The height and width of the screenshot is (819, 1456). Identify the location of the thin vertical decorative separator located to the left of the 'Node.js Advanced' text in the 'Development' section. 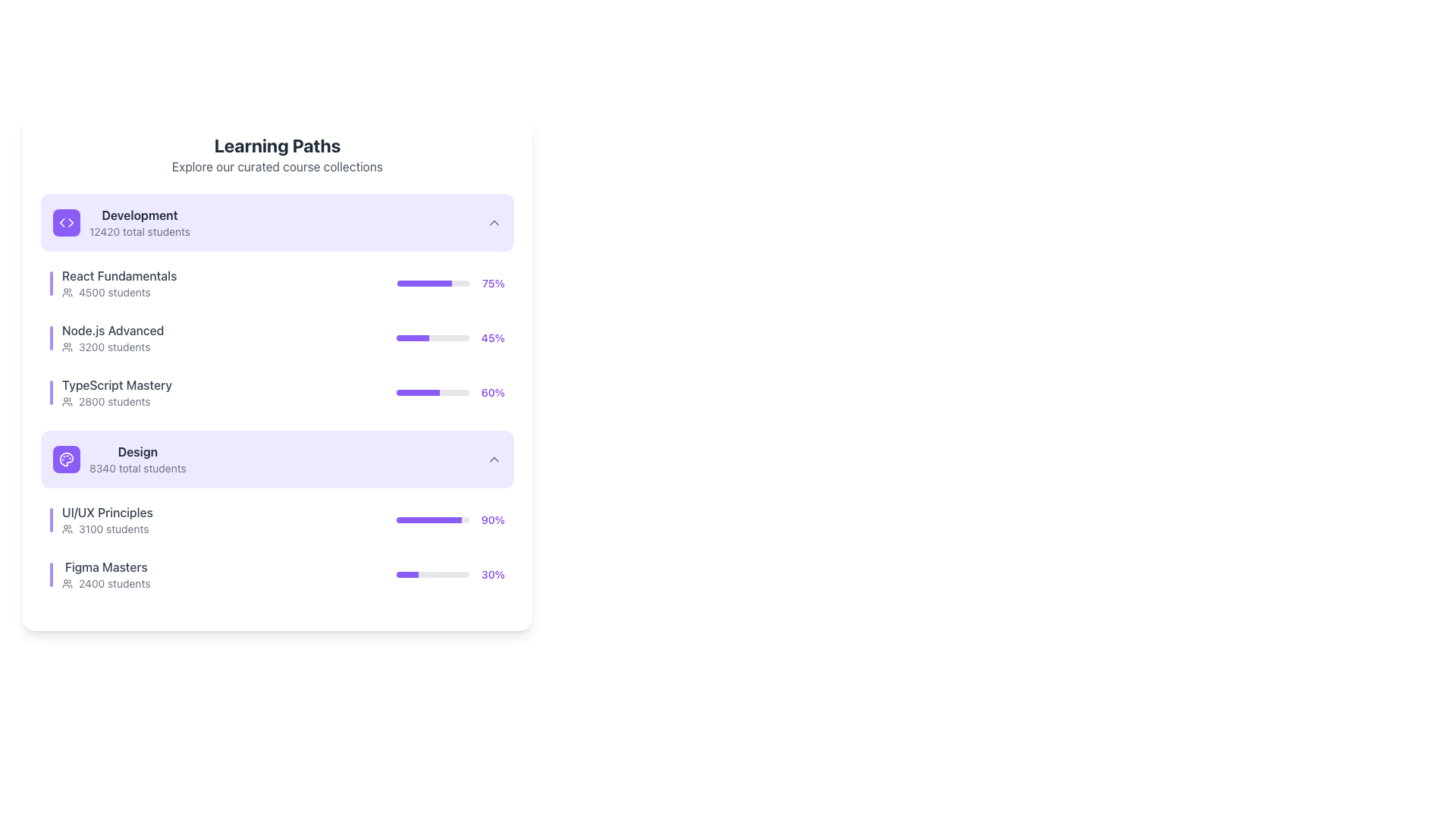
(51, 337).